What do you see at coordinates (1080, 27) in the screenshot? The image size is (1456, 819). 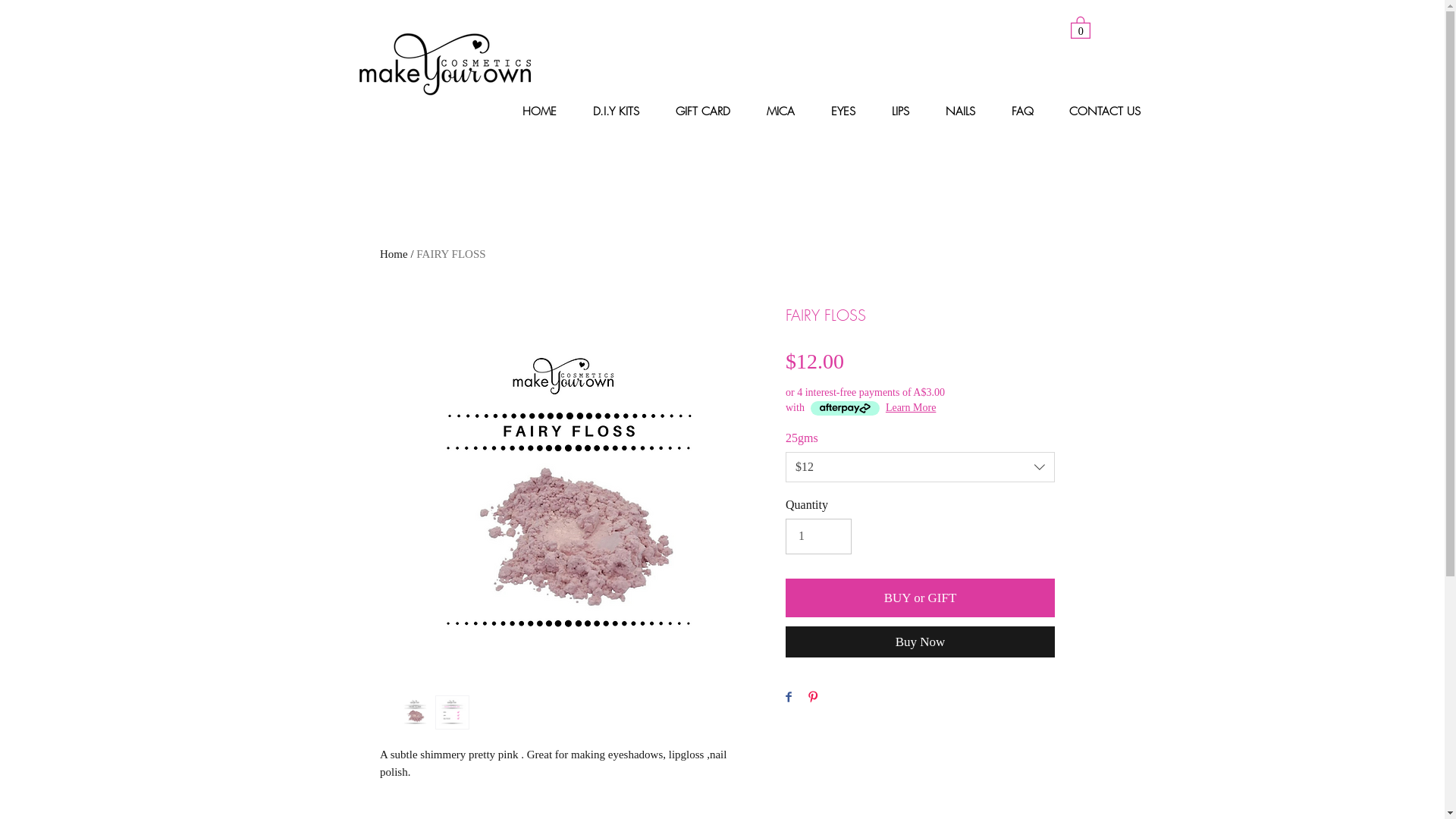 I see `'0'` at bounding box center [1080, 27].